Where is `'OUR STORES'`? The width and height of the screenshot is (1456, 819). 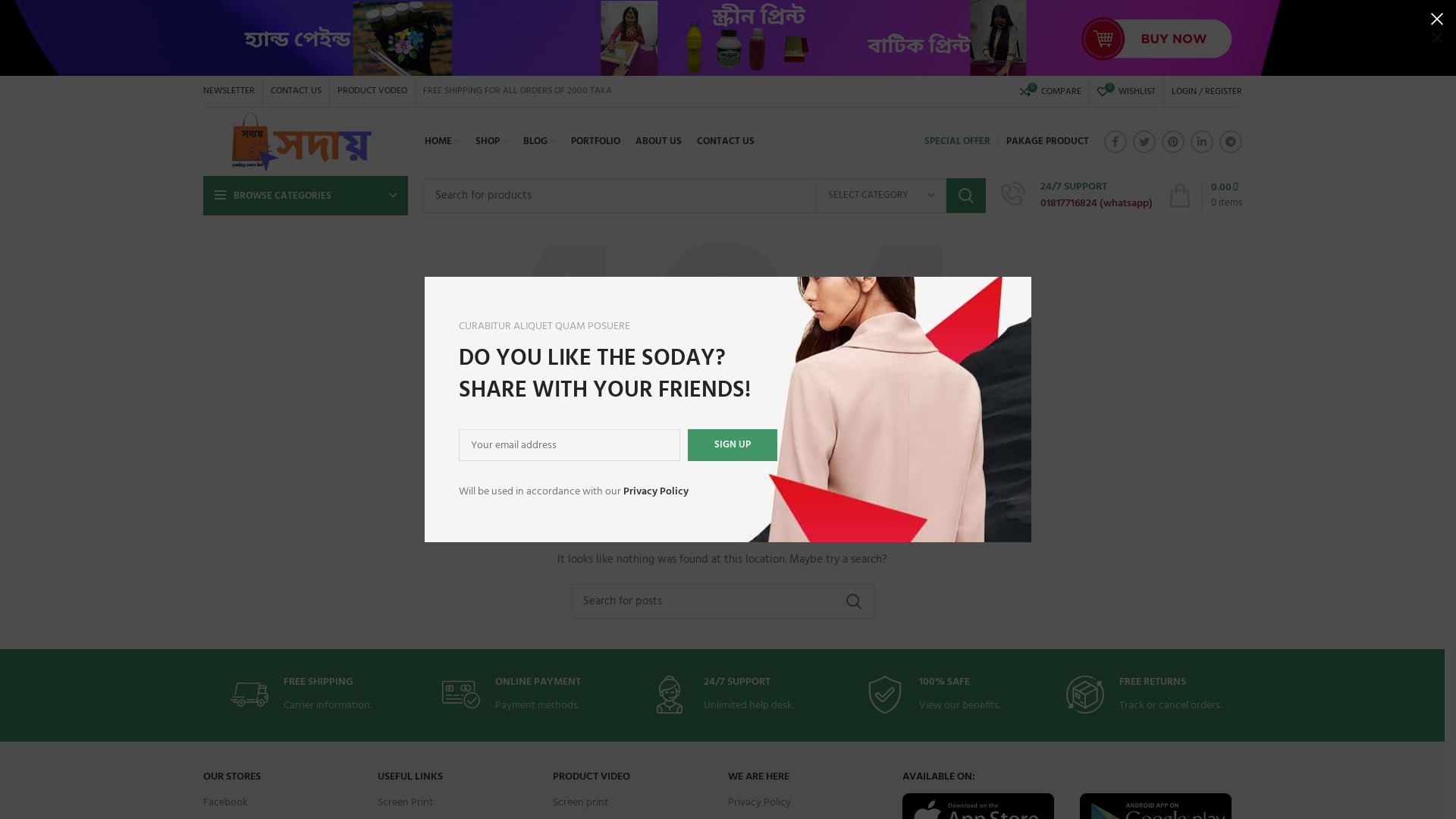
'OUR STORES' is located at coordinates (283, 777).